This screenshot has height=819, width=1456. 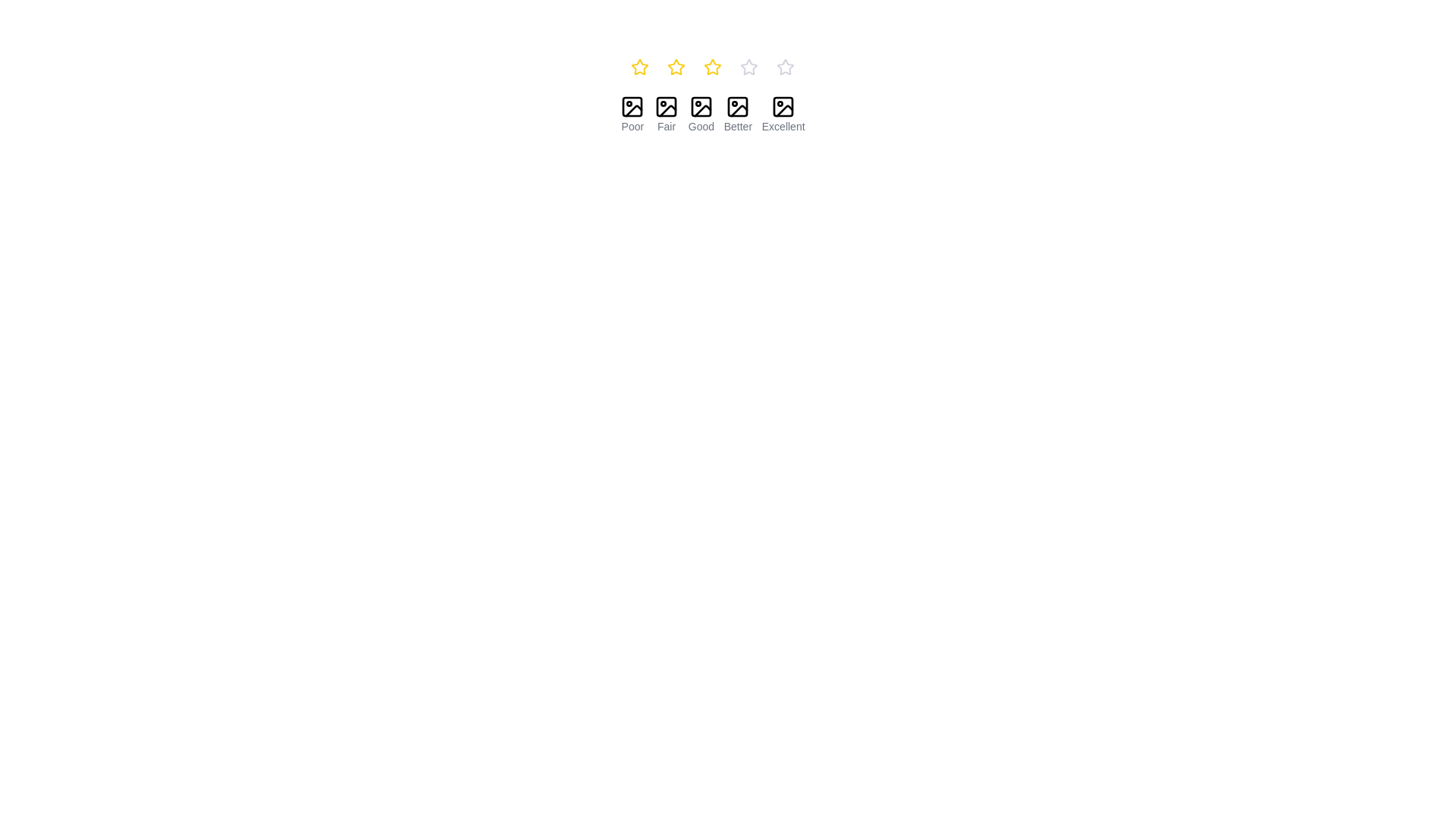 I want to click on the triangular visual icon located at the bottom right corner of the 'Excellent' rating panel, so click(x=785, y=110).